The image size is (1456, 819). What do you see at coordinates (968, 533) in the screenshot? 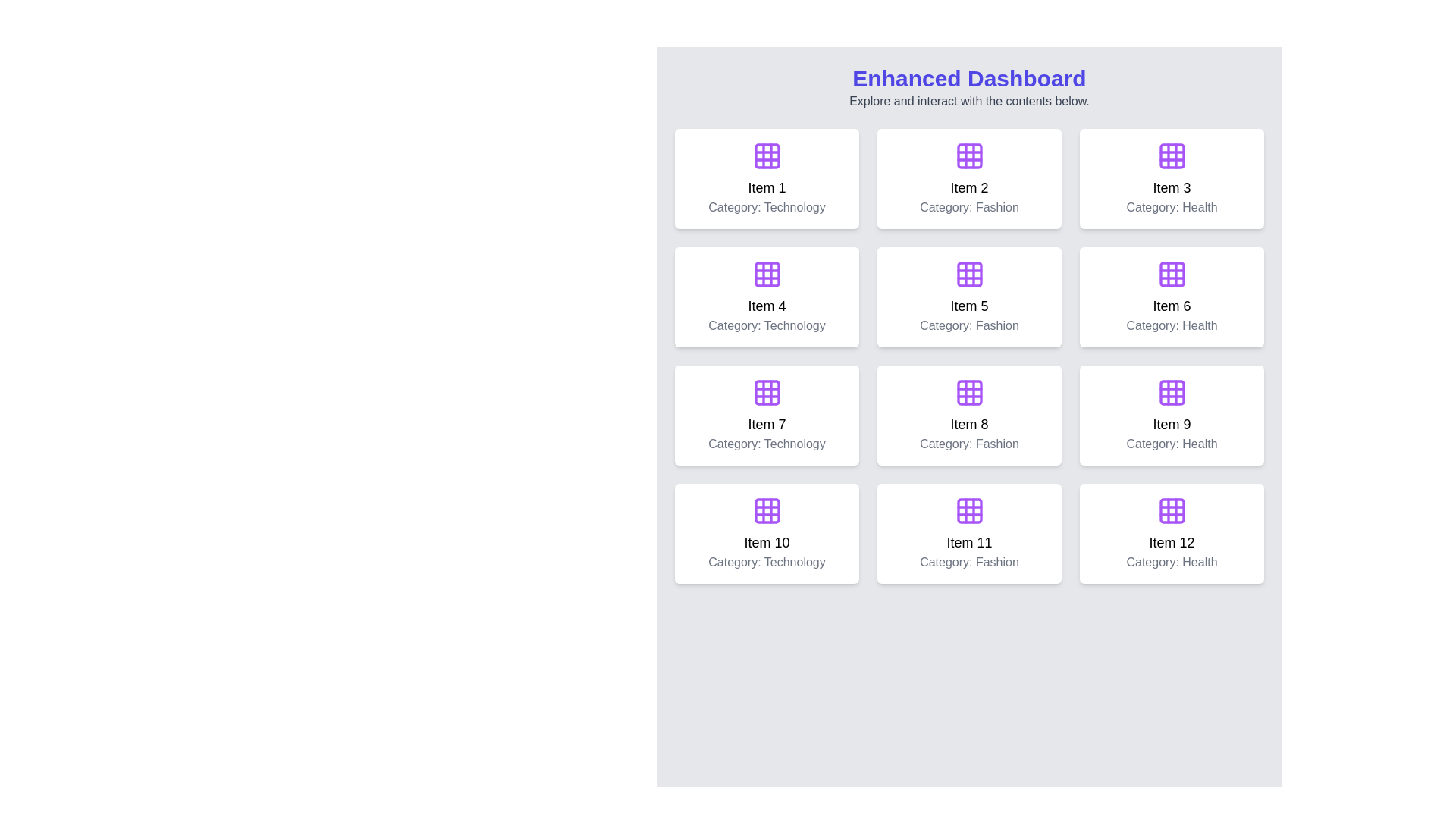
I see `the Information card representing an item in the 'Fashion' category, located in the last row, middle column of the grid layout` at bounding box center [968, 533].